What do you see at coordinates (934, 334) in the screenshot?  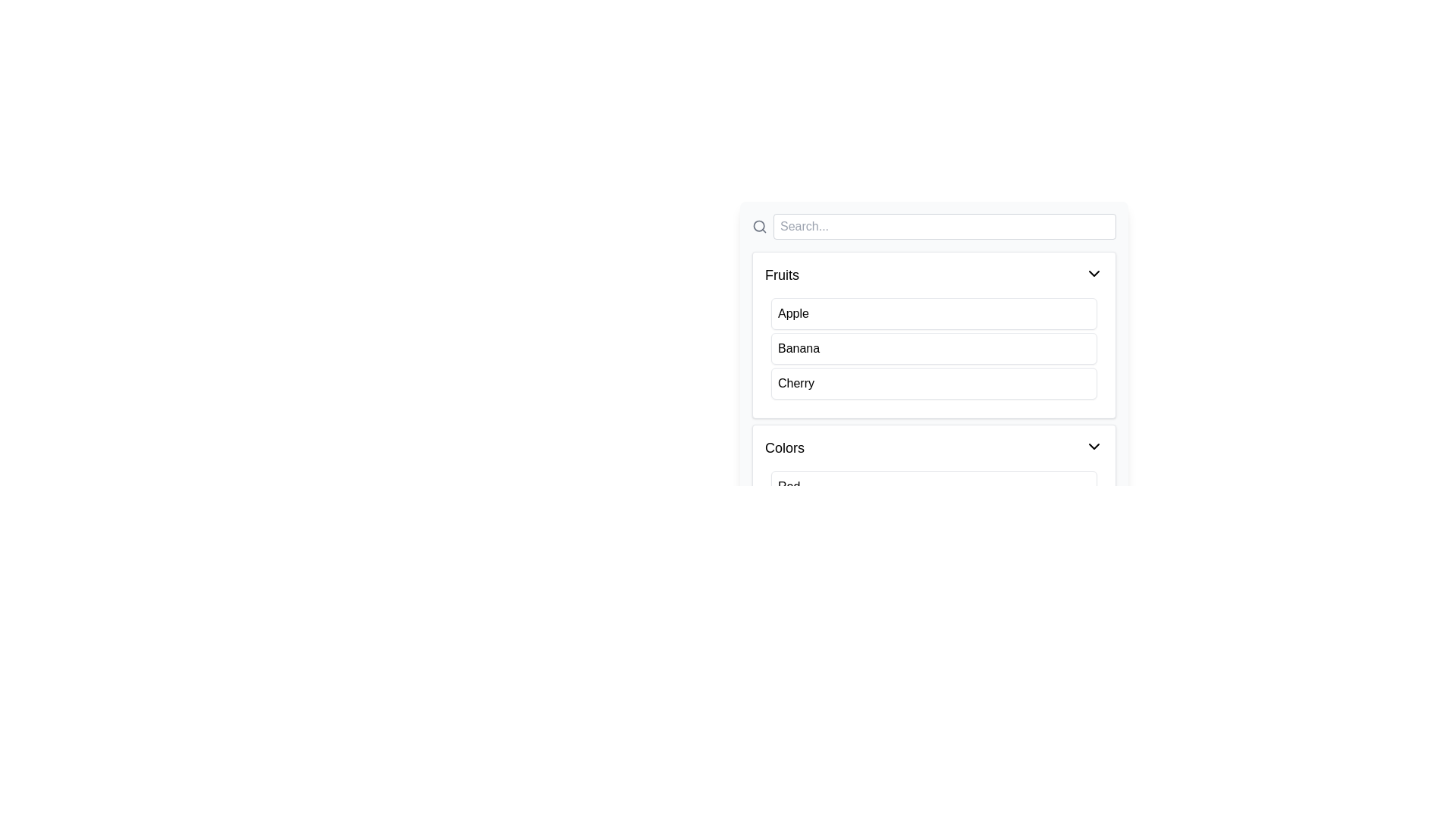 I see `the dropdown option labeled 'Banana'` at bounding box center [934, 334].